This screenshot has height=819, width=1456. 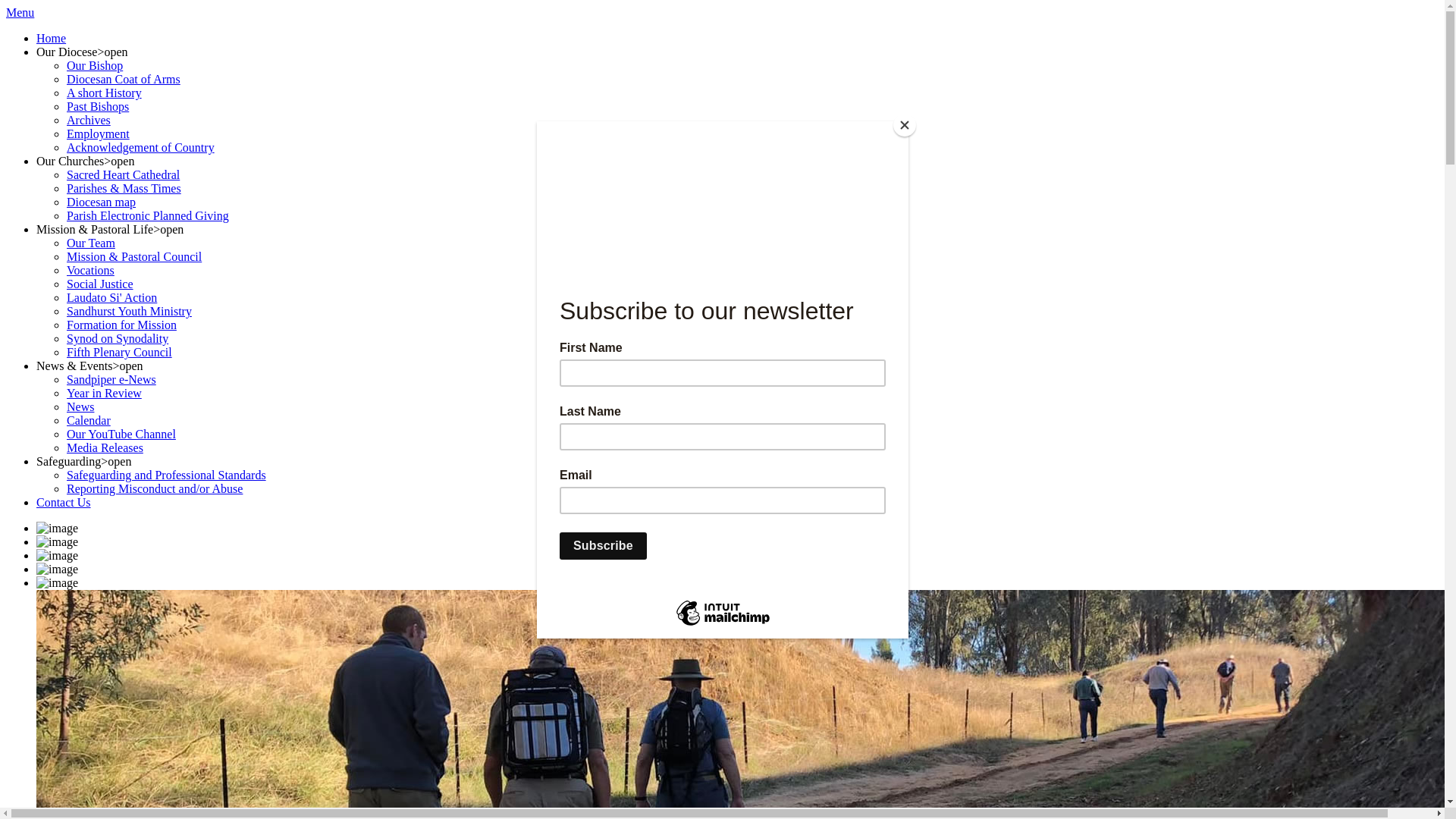 What do you see at coordinates (51, 37) in the screenshot?
I see `'Home'` at bounding box center [51, 37].